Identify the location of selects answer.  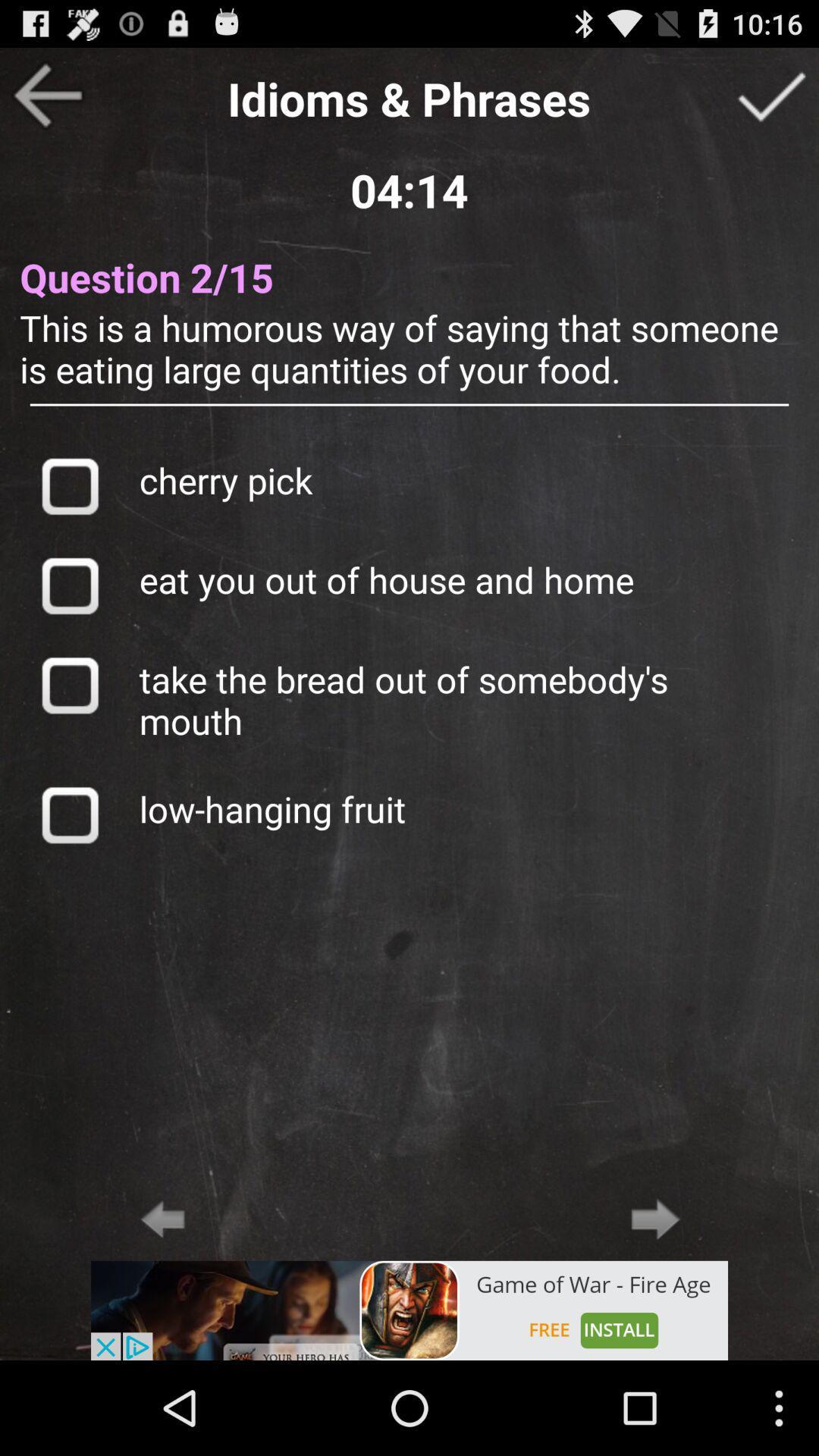
(69, 485).